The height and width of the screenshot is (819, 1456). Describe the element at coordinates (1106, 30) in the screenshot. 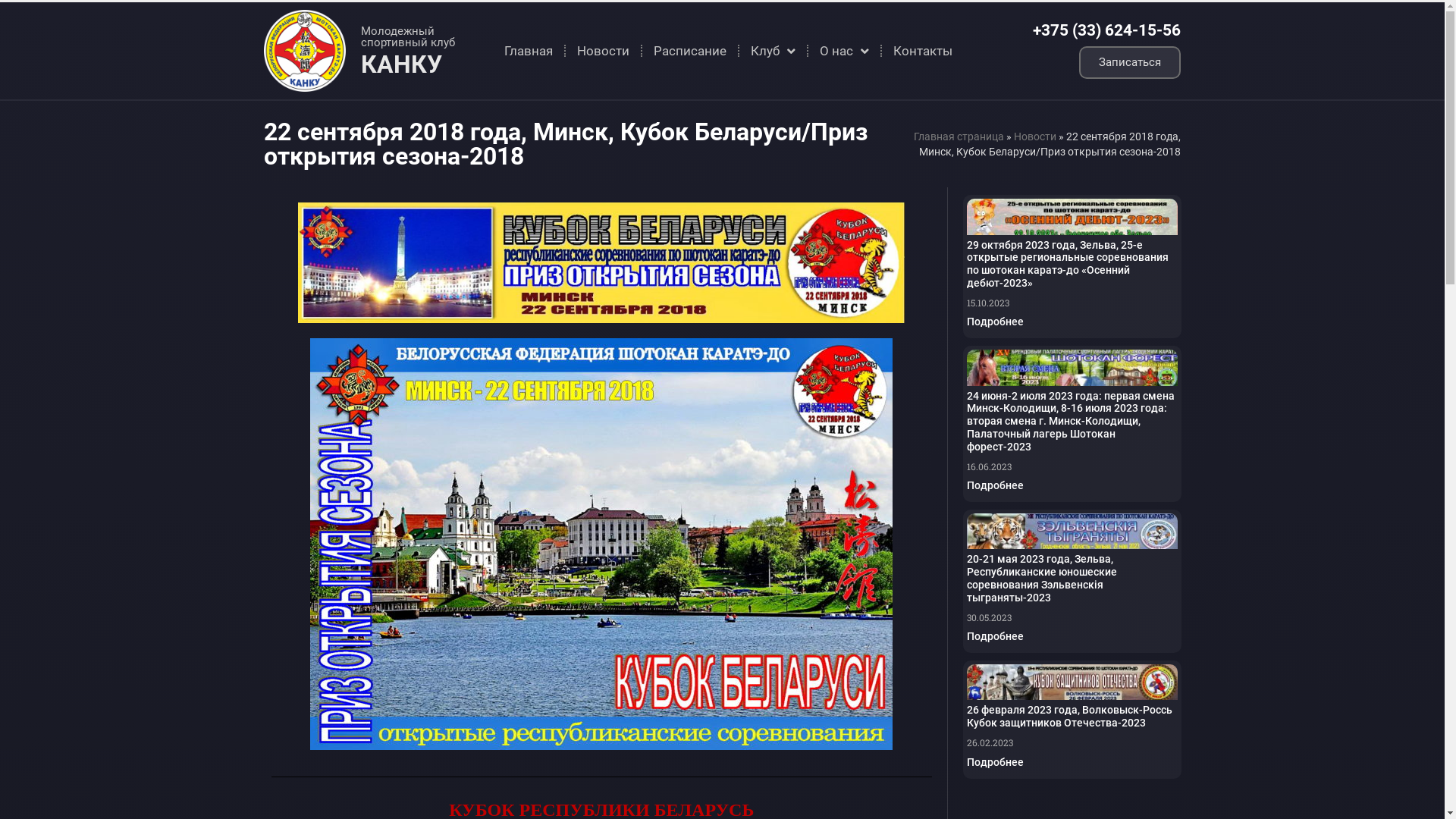

I see `'+375 (33) 624-15-56'` at that location.